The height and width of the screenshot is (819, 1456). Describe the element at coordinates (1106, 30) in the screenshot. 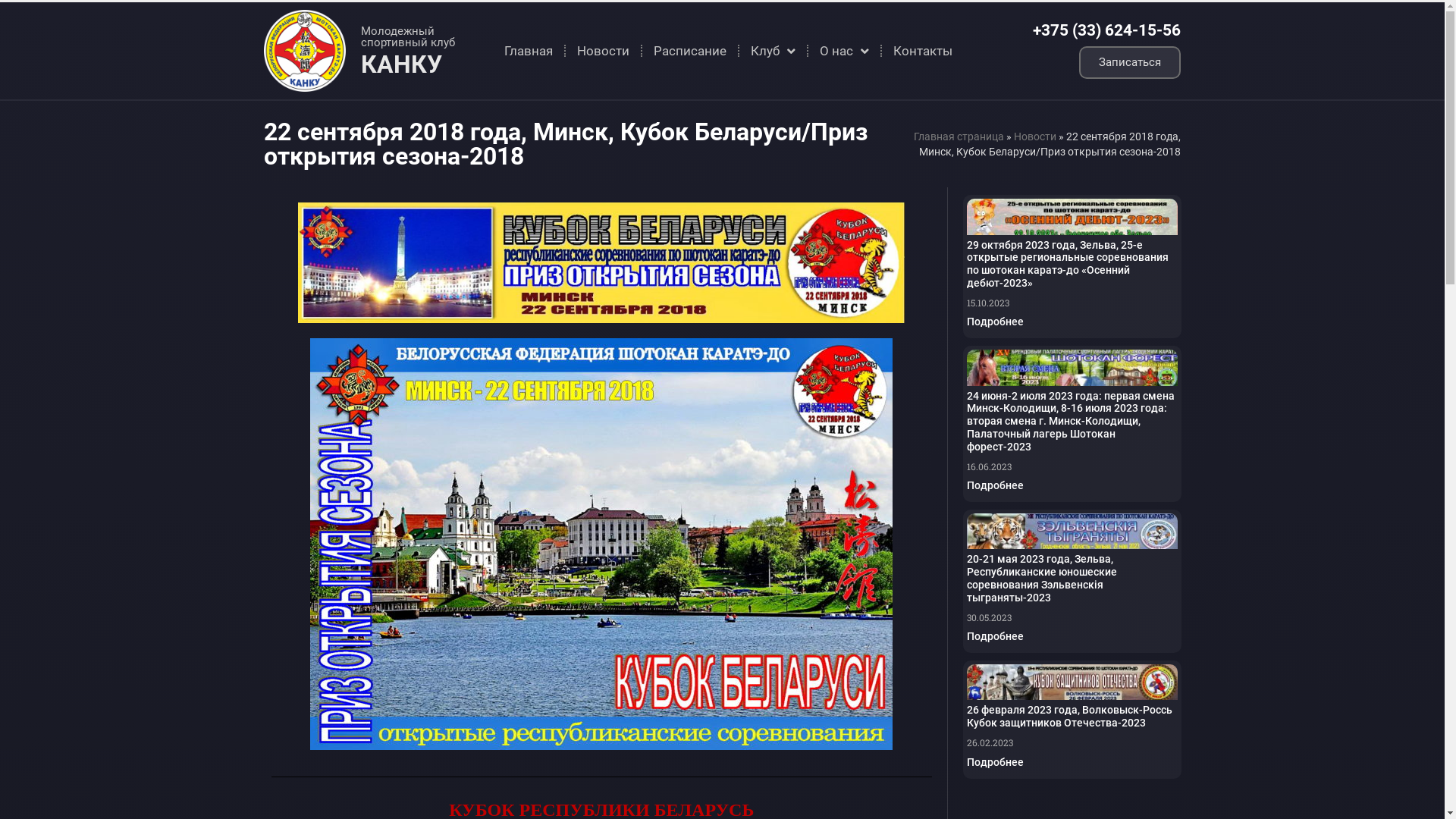

I see `'+375 (33) 624-15-56'` at that location.